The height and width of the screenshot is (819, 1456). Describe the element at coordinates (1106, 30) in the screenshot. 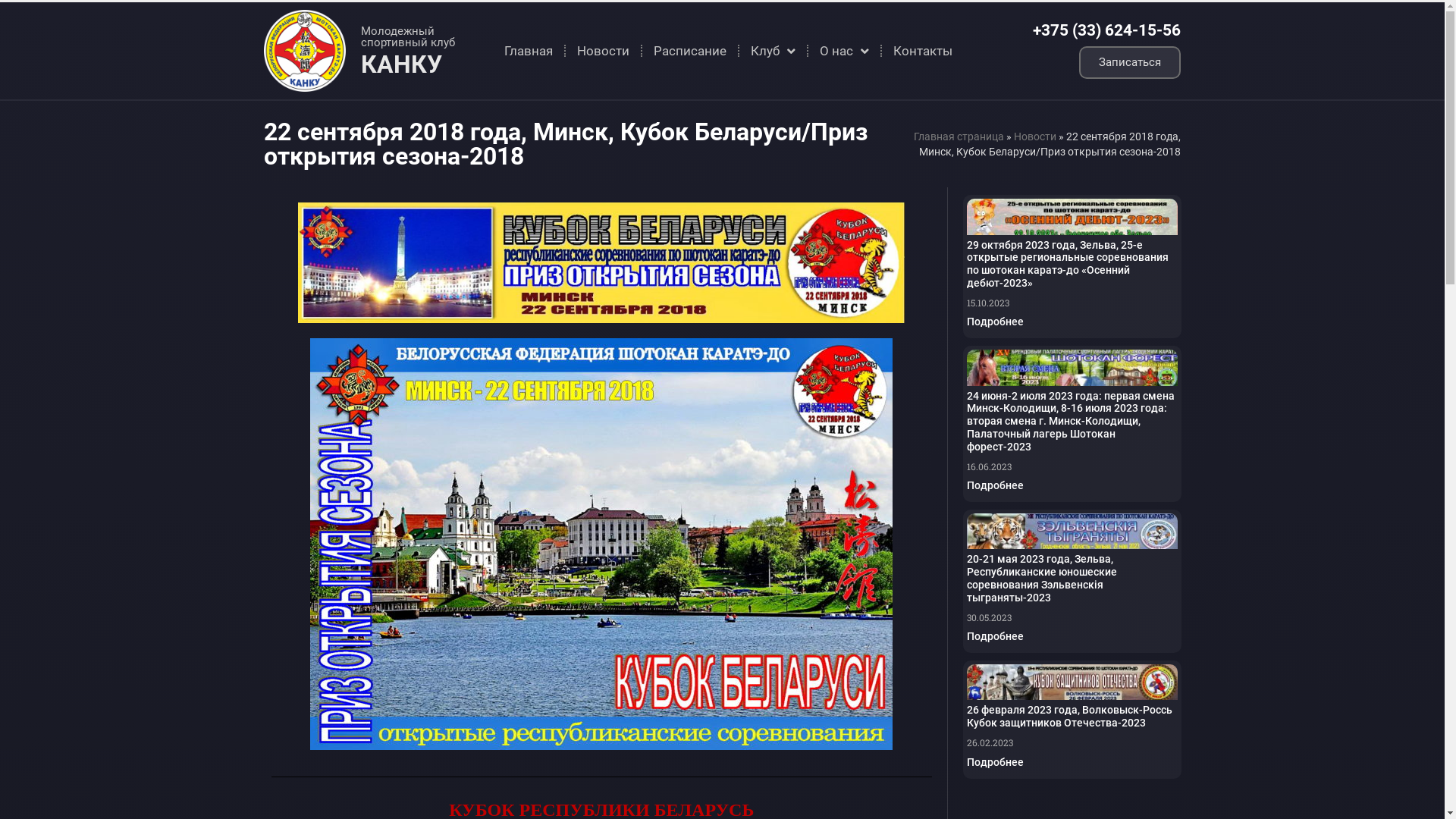

I see `'+375 (33) 624-15-56'` at that location.